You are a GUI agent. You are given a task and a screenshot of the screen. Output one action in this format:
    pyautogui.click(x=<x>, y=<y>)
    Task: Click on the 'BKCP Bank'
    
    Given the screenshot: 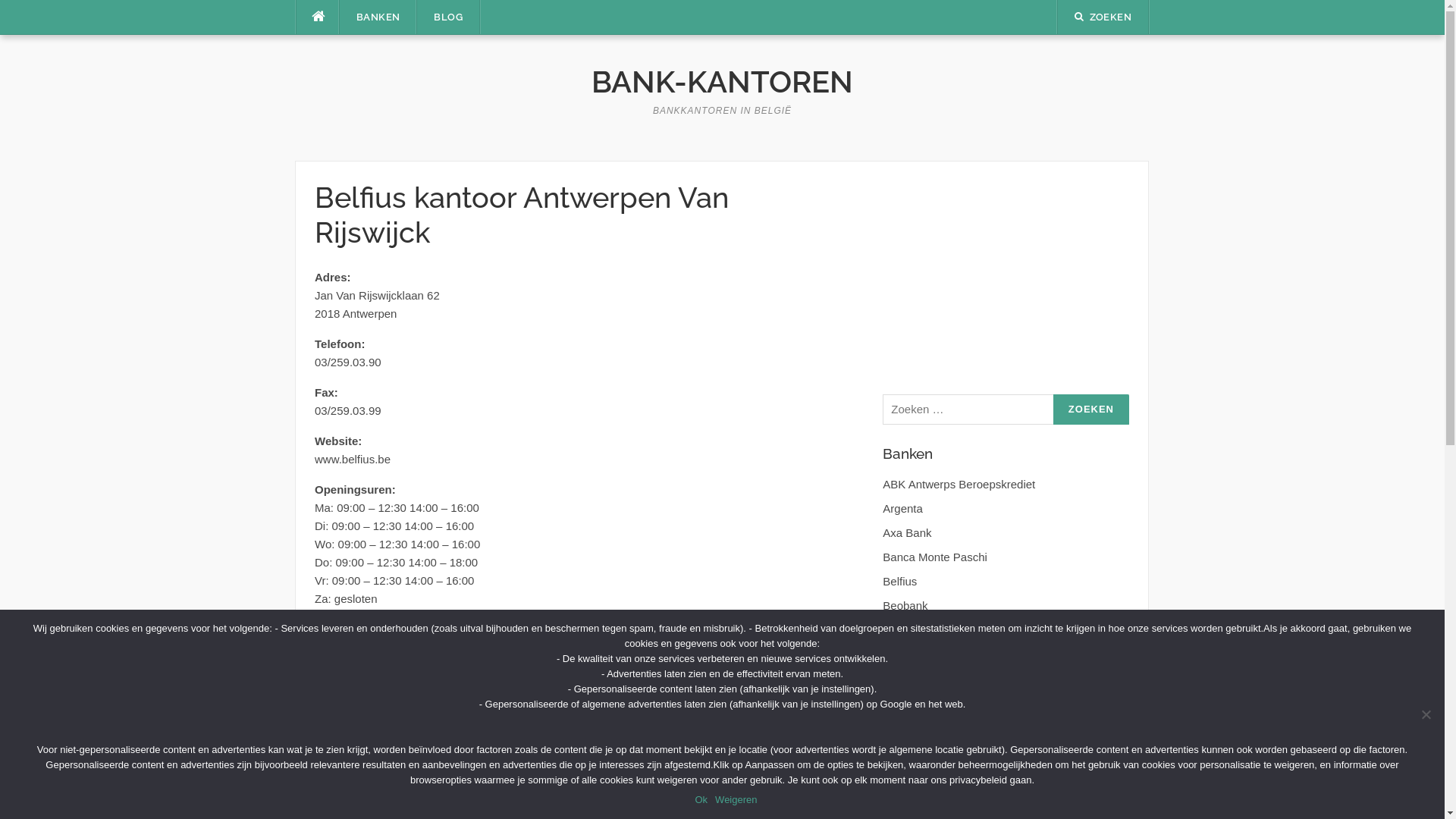 What is the action you would take?
    pyautogui.click(x=912, y=629)
    